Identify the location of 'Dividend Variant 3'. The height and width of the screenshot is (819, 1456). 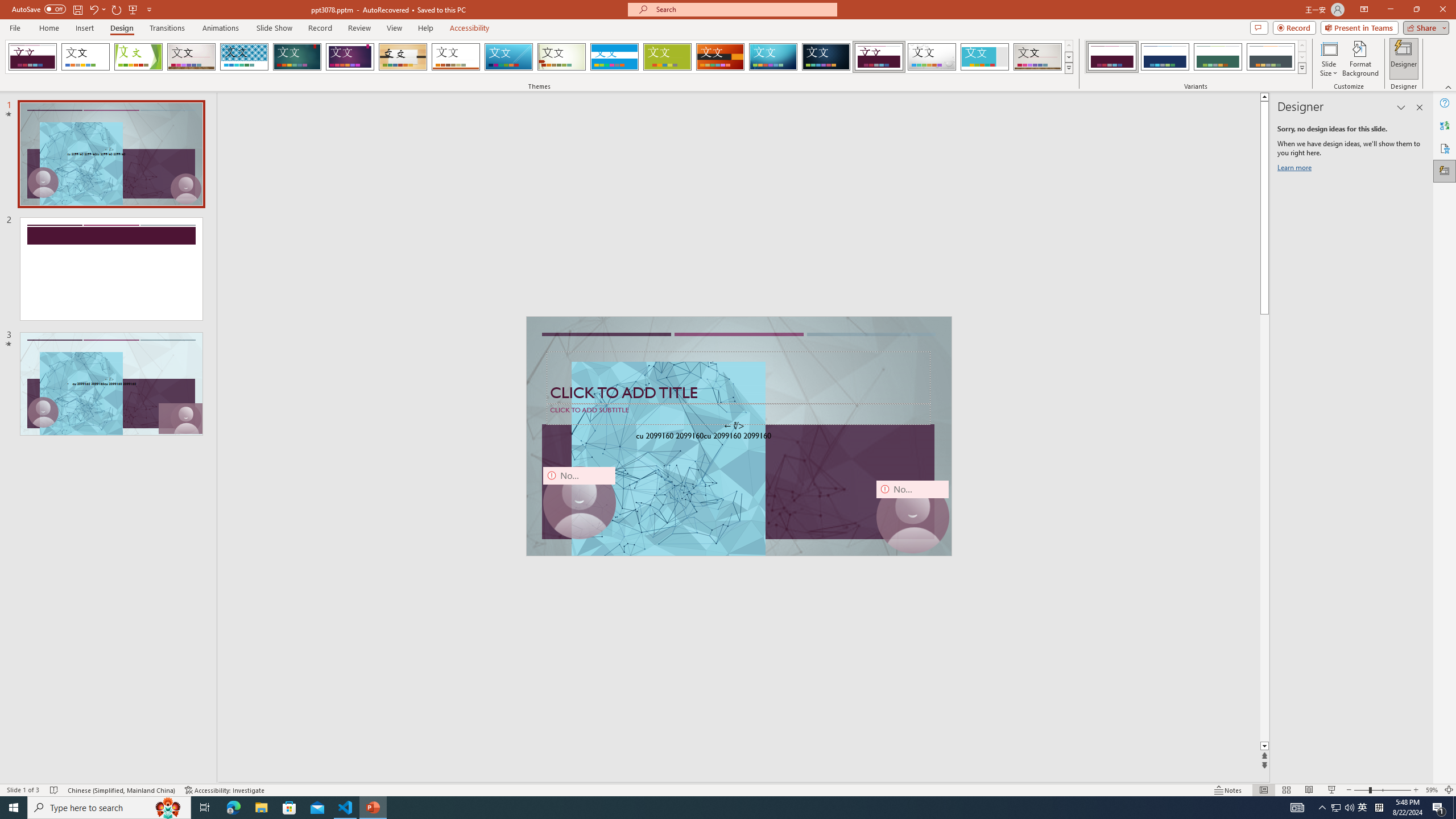
(1217, 56).